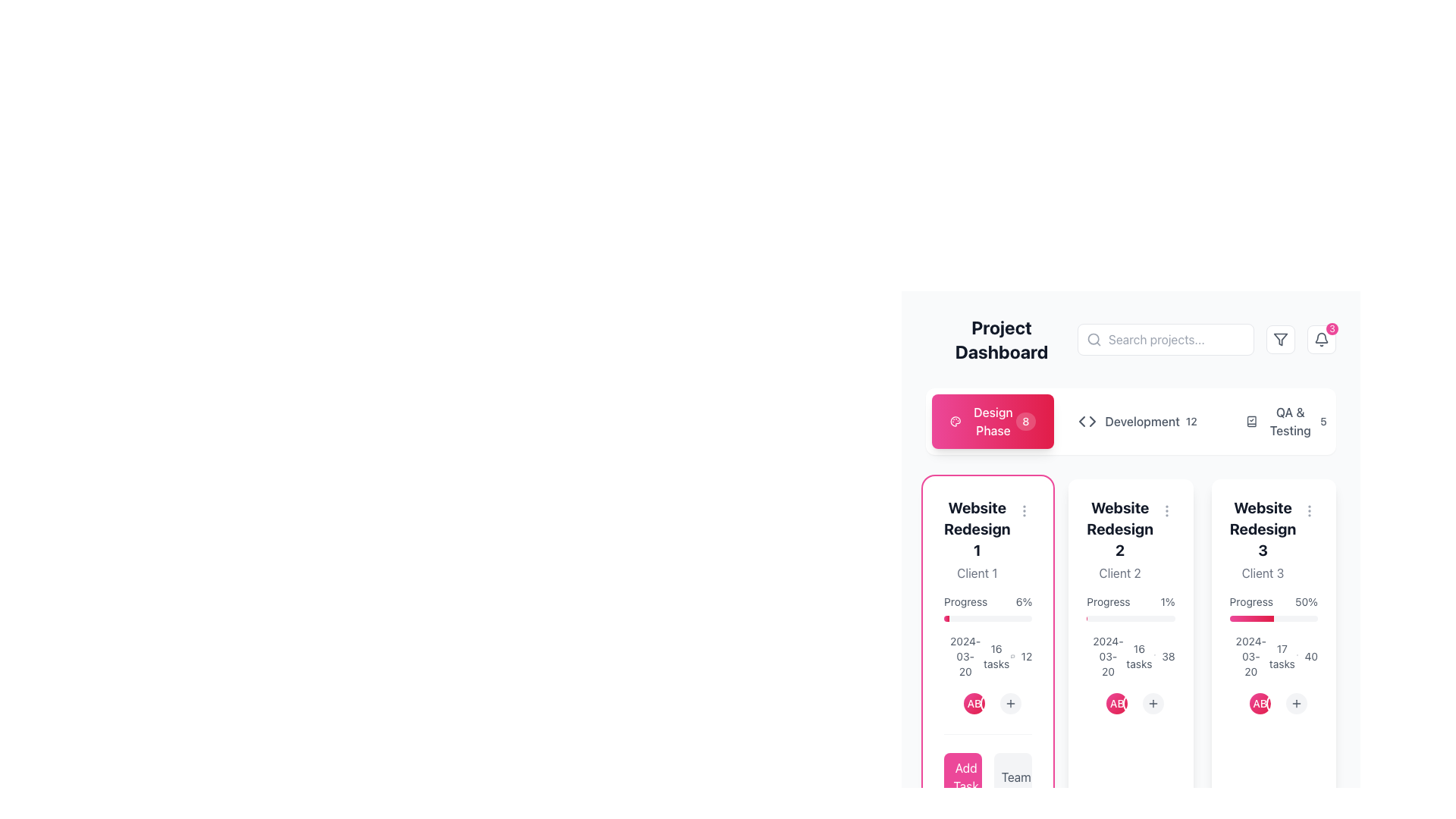 This screenshot has height=819, width=1456. Describe the element at coordinates (1011, 704) in the screenshot. I see `the action button located at the bottom section of the 'Website Redesign 1' card` at that location.